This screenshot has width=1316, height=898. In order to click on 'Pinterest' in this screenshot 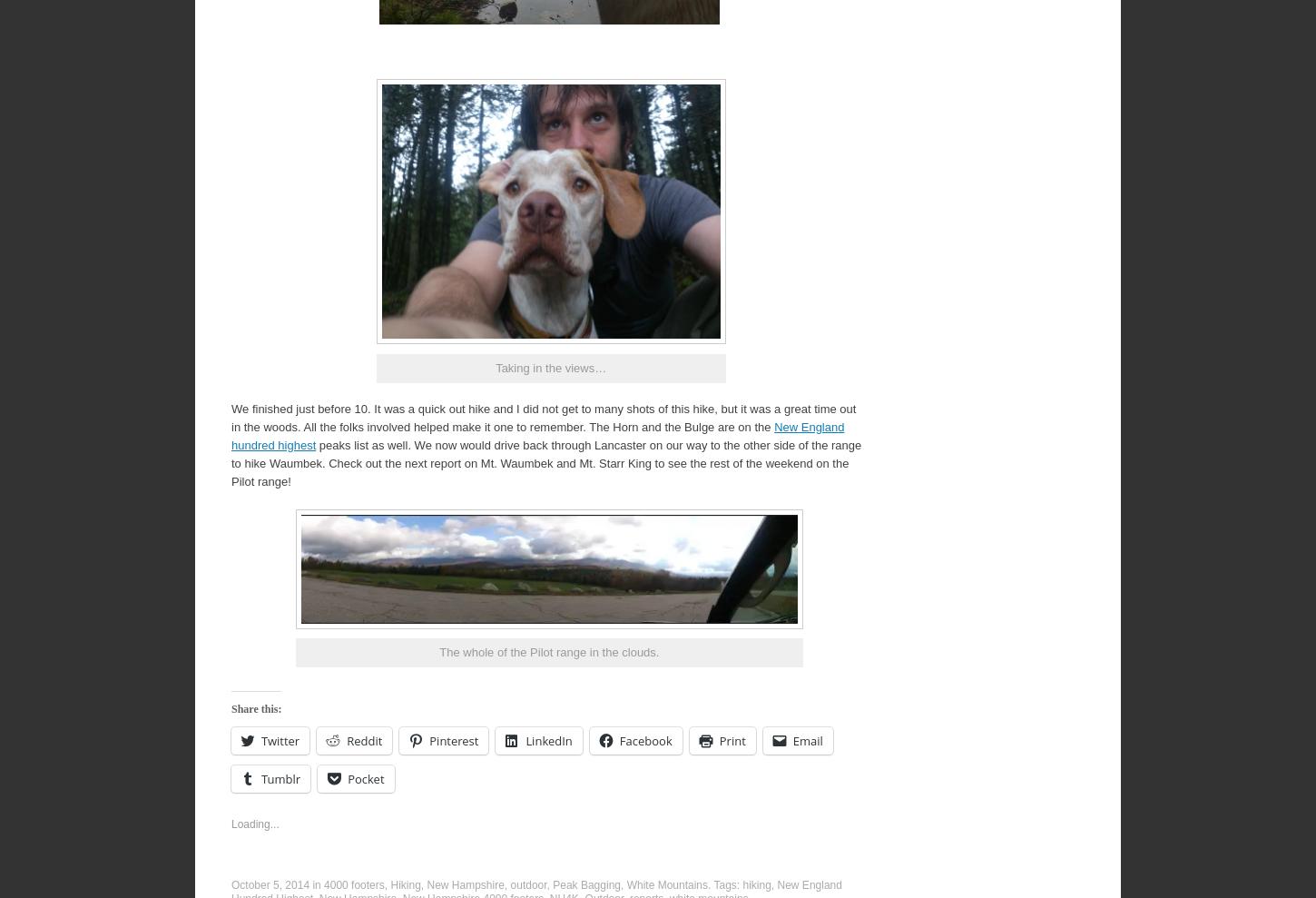, I will do `click(453, 739)`.